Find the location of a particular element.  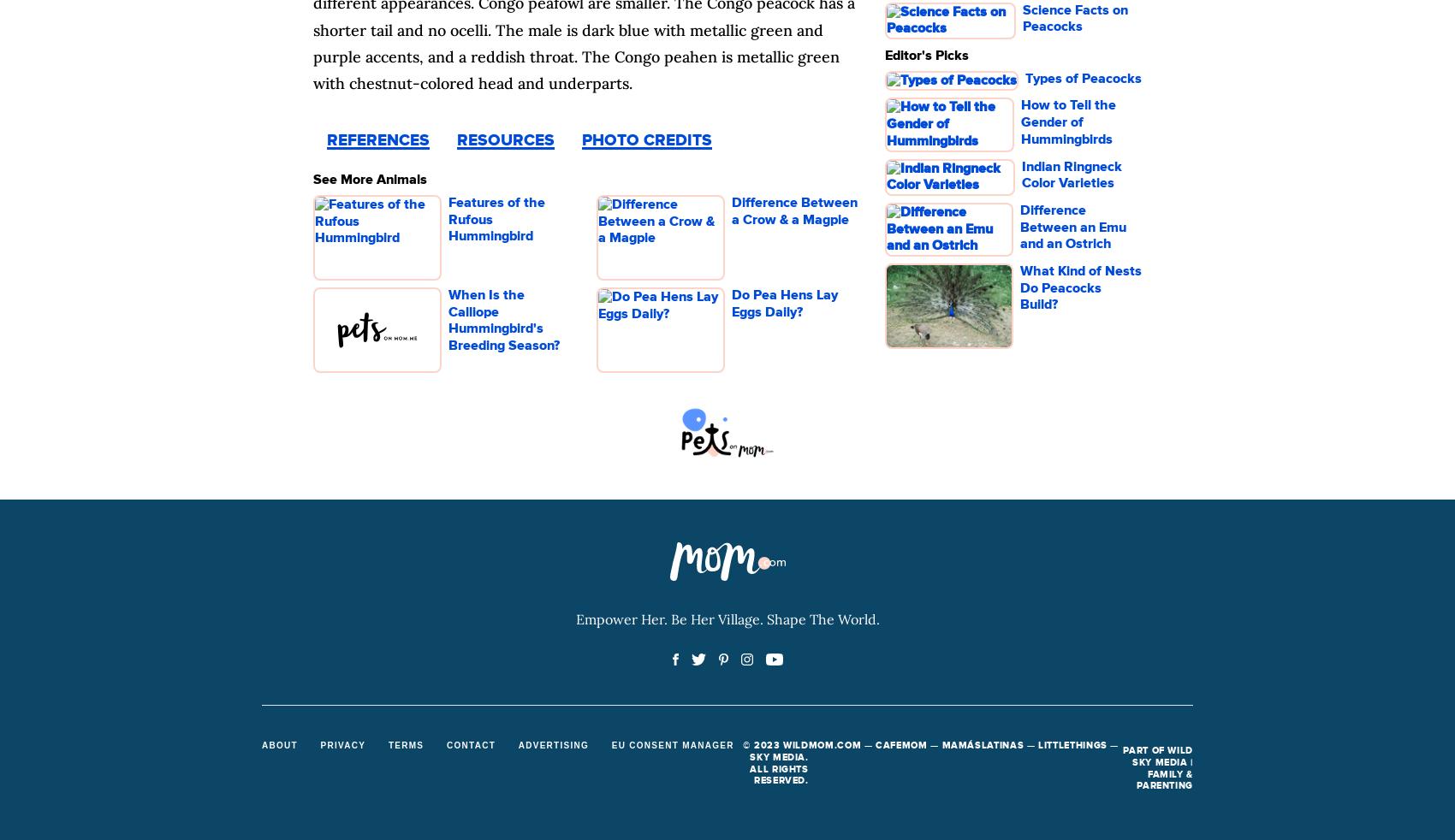

'About' is located at coordinates (262, 744).